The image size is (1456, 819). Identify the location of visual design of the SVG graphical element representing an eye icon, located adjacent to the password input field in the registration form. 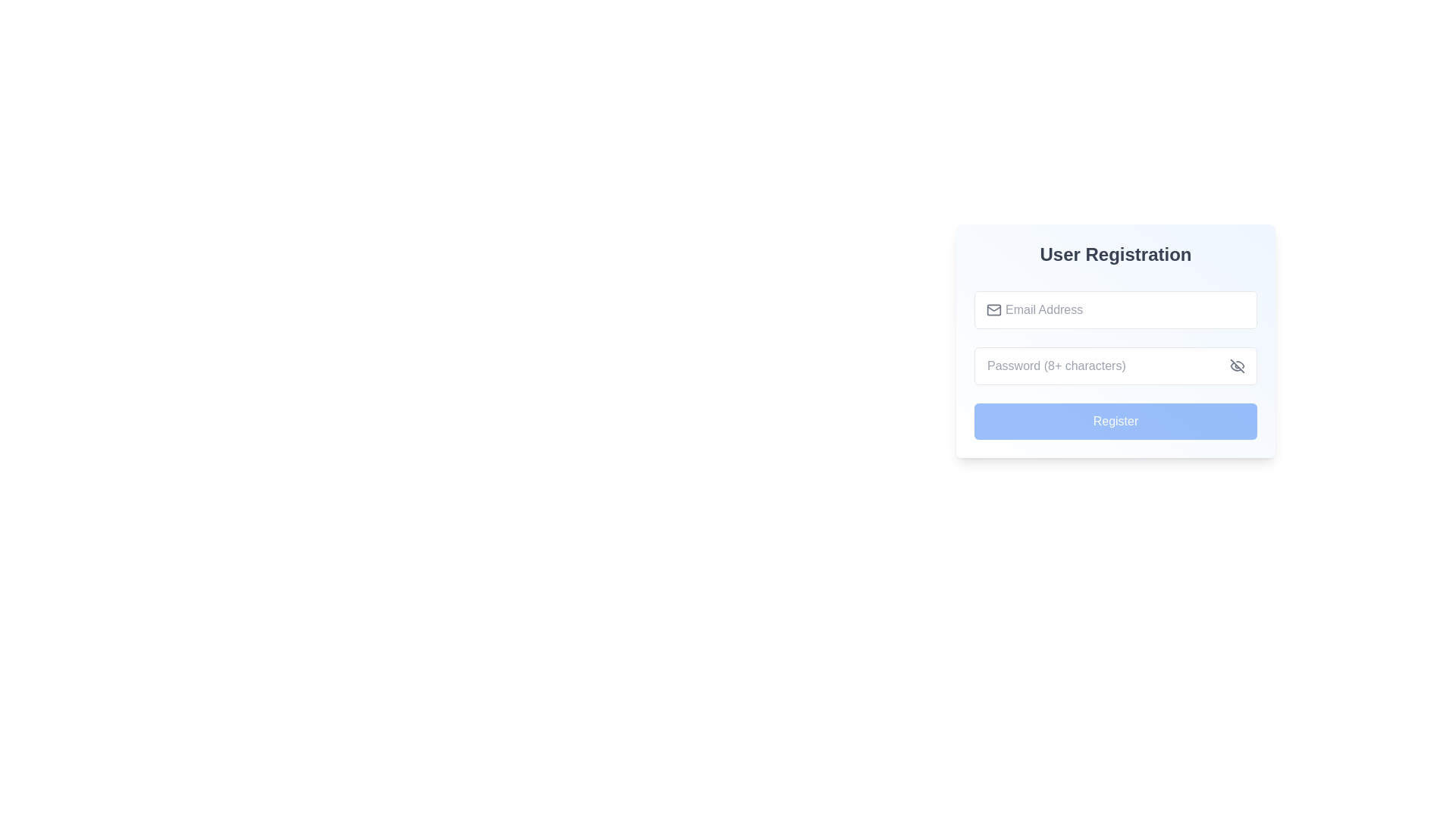
(1236, 366).